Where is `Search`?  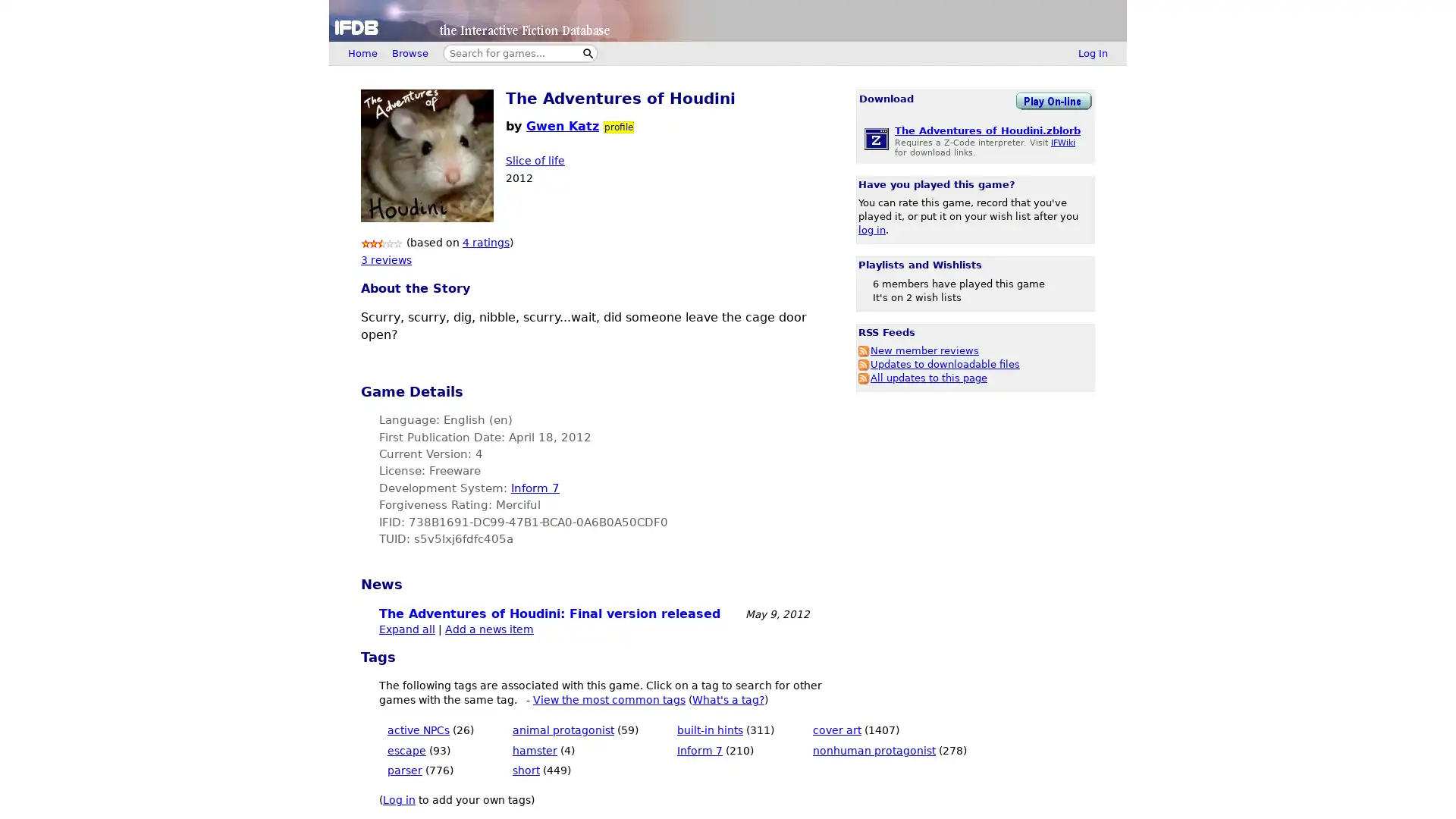 Search is located at coordinates (587, 52).